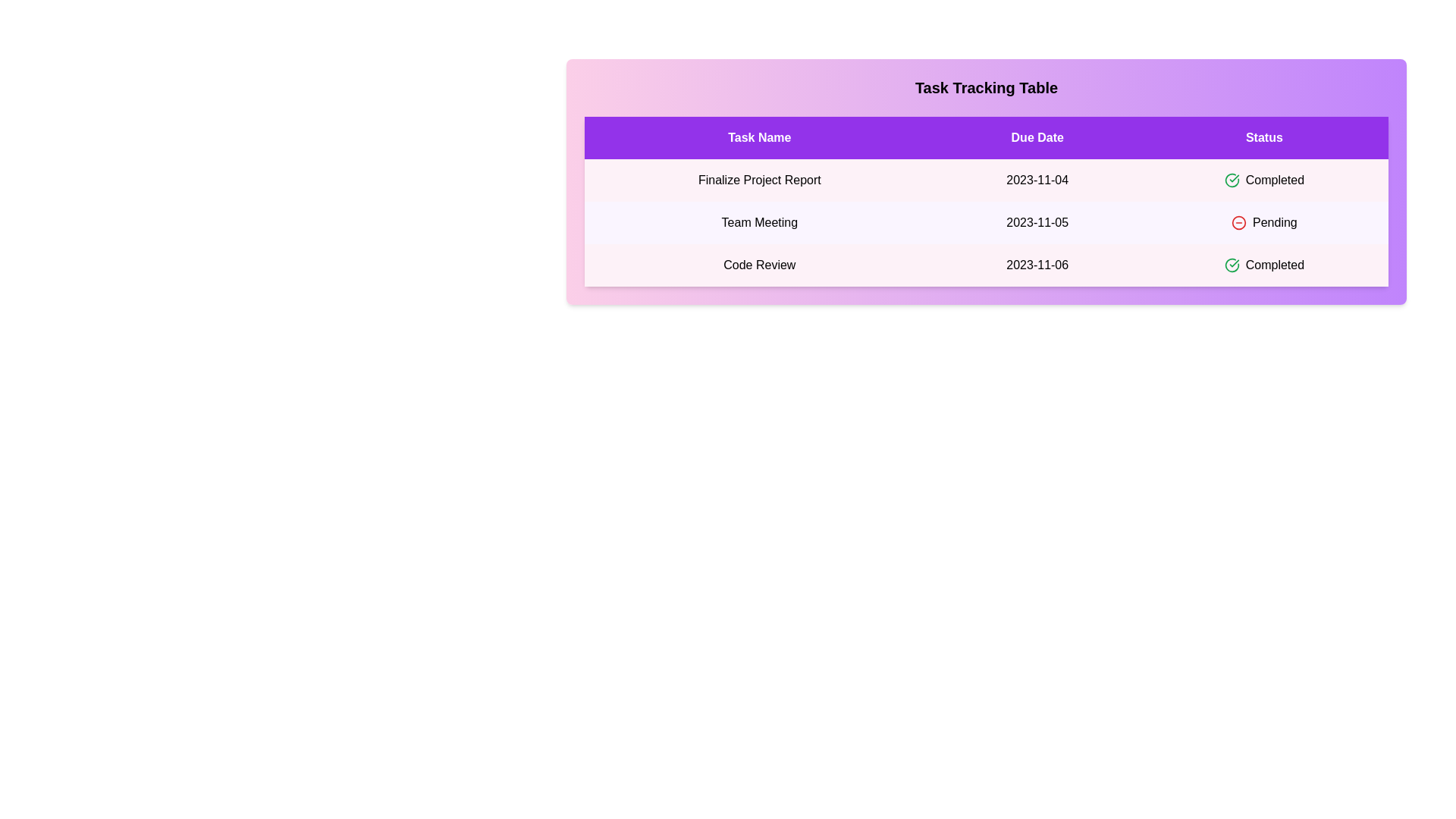  Describe the element at coordinates (759, 137) in the screenshot. I see `the Task Name header to sort the table by that column` at that location.